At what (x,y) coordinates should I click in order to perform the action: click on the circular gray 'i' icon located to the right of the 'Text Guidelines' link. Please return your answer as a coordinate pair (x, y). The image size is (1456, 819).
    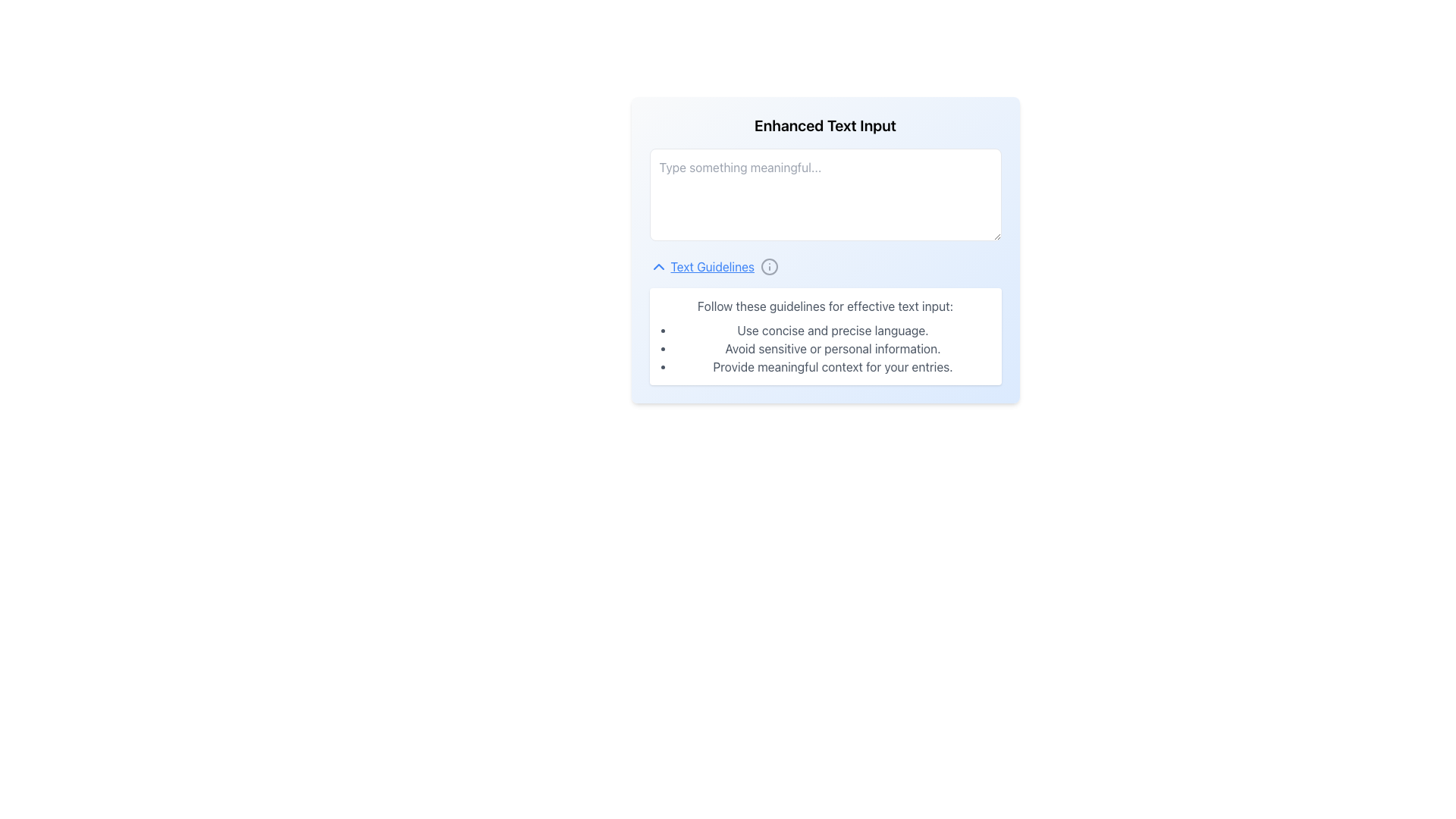
    Looking at the image, I should click on (769, 265).